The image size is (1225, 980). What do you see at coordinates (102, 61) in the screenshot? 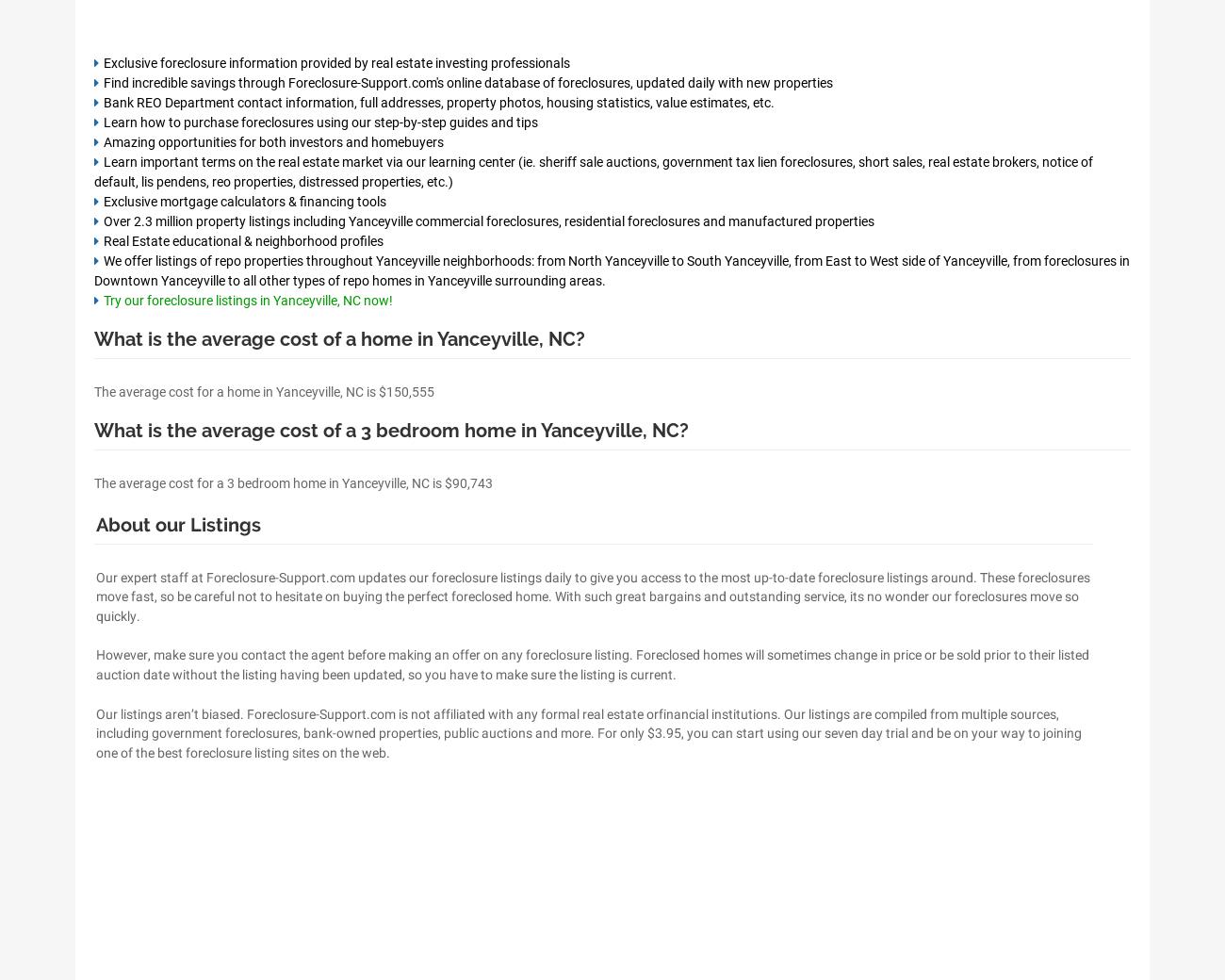
I see `'Exclusive foreclosure information provided by real estate investing professionals'` at bounding box center [102, 61].